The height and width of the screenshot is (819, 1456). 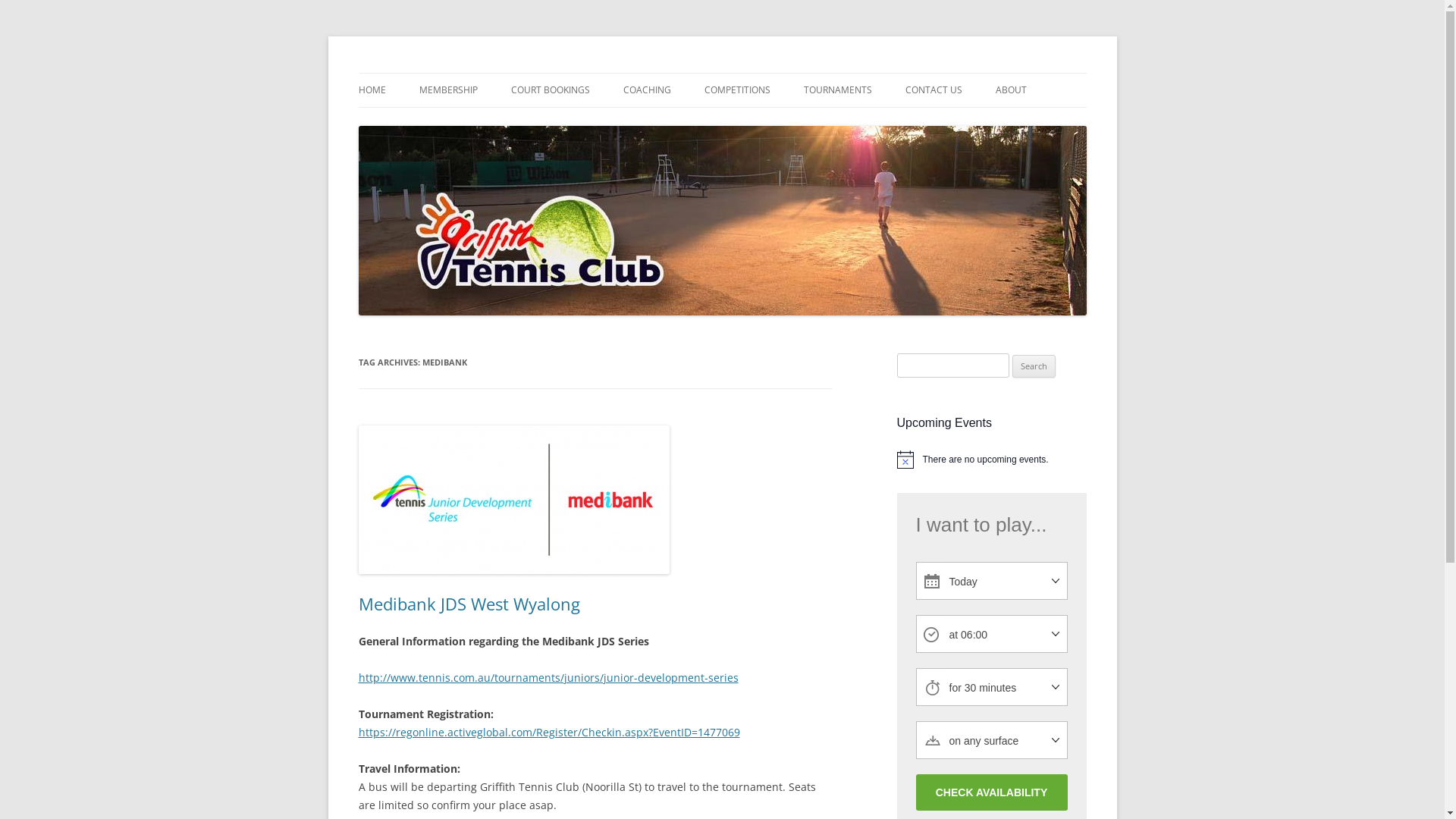 I want to click on 'Search', so click(x=1033, y=366).